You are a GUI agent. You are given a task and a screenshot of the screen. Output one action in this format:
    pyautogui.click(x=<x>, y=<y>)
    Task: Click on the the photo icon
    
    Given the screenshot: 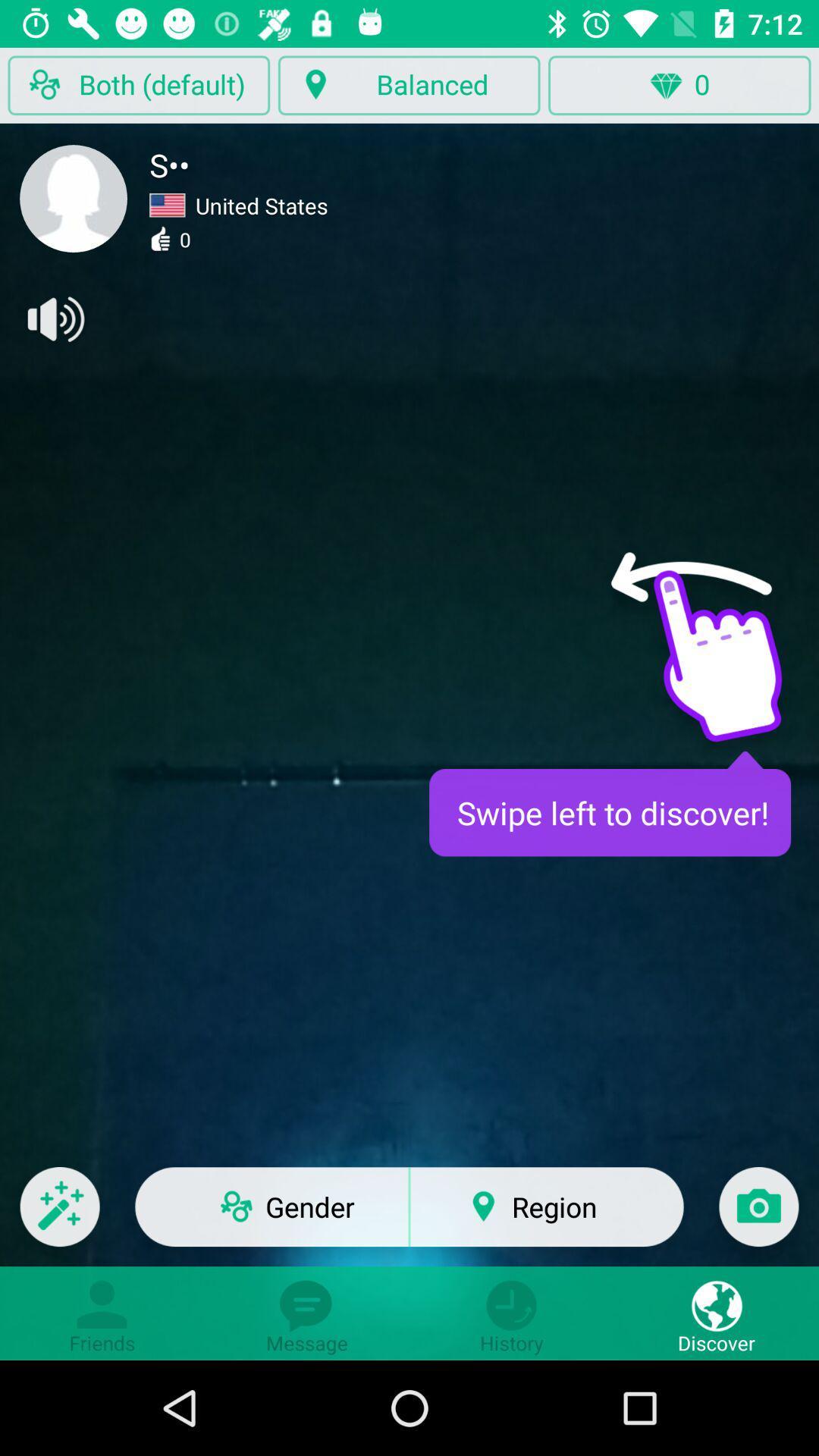 What is the action you would take?
    pyautogui.click(x=758, y=1216)
    